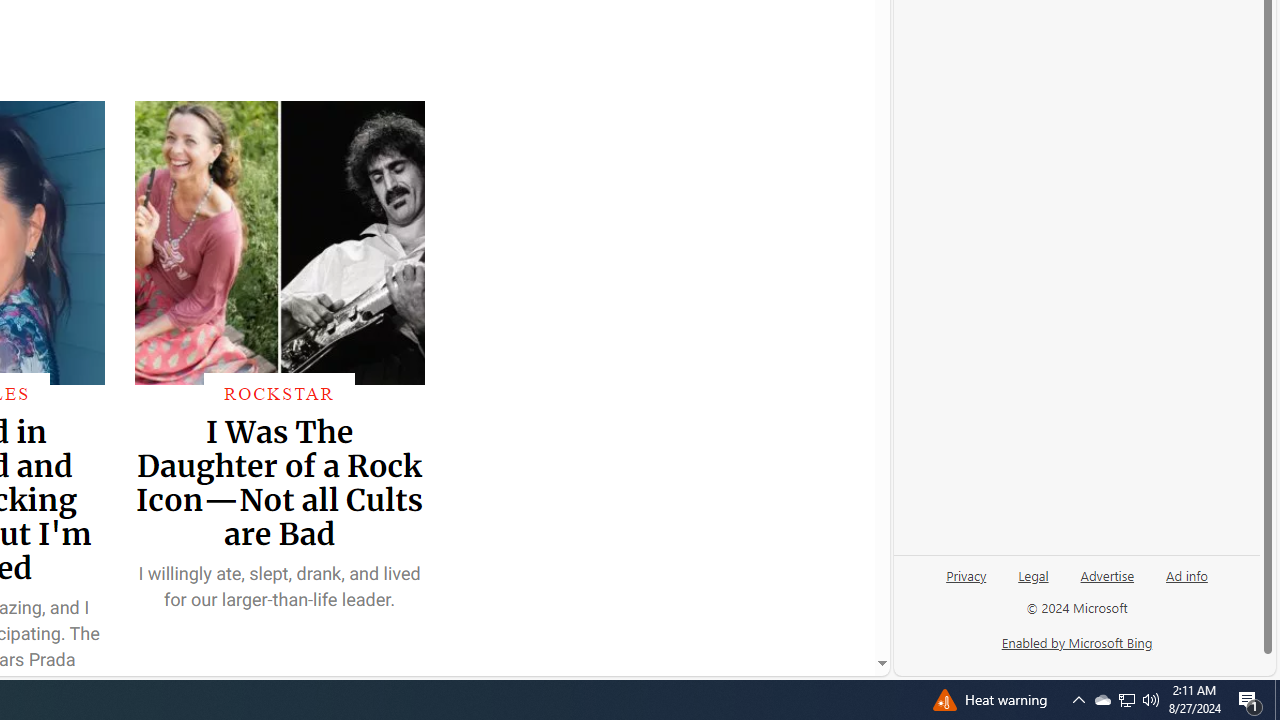 The width and height of the screenshot is (1280, 720). Describe the element at coordinates (1106, 583) in the screenshot. I see `'Advertise'` at that location.